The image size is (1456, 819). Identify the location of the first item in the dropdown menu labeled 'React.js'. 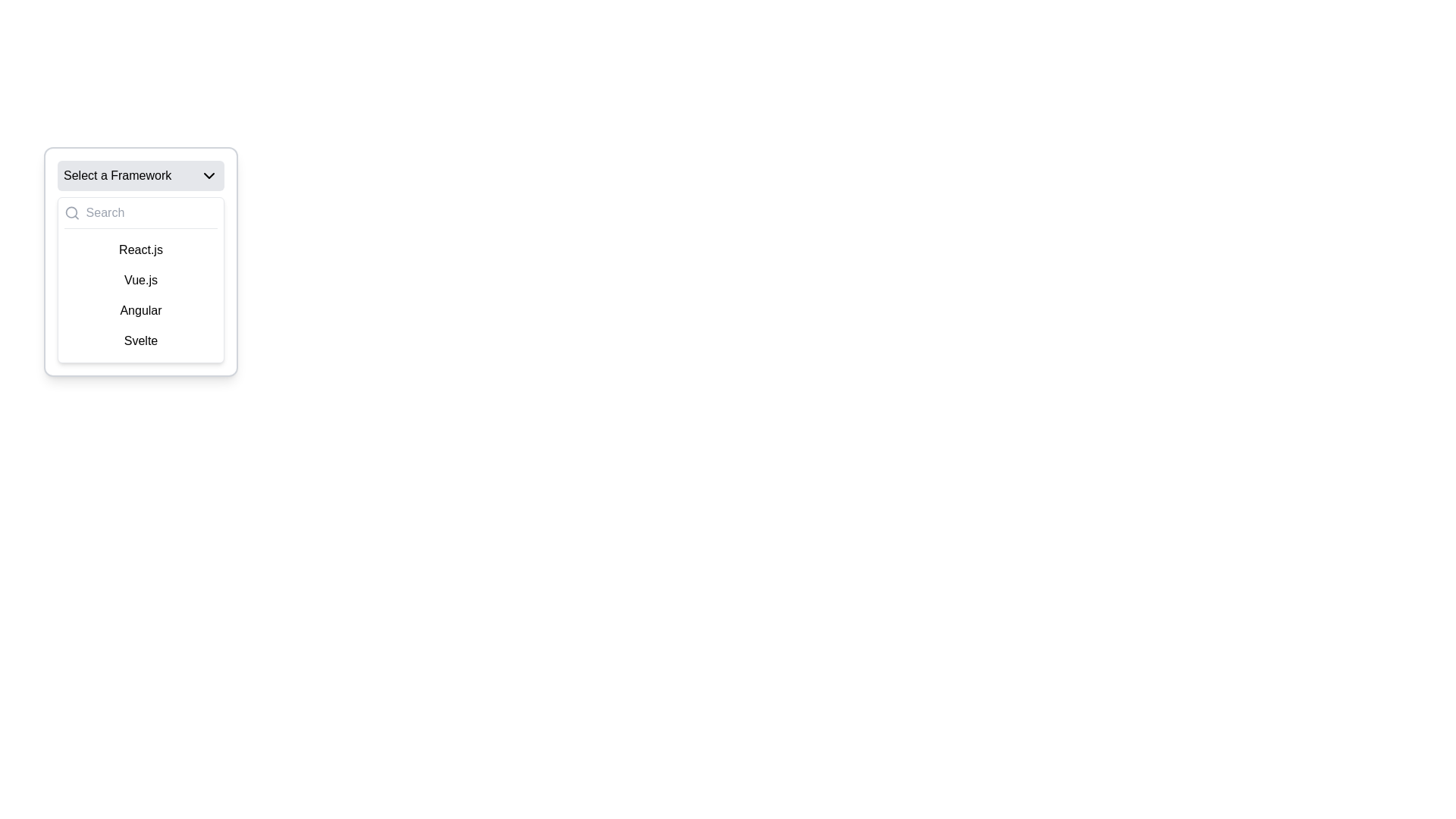
(141, 249).